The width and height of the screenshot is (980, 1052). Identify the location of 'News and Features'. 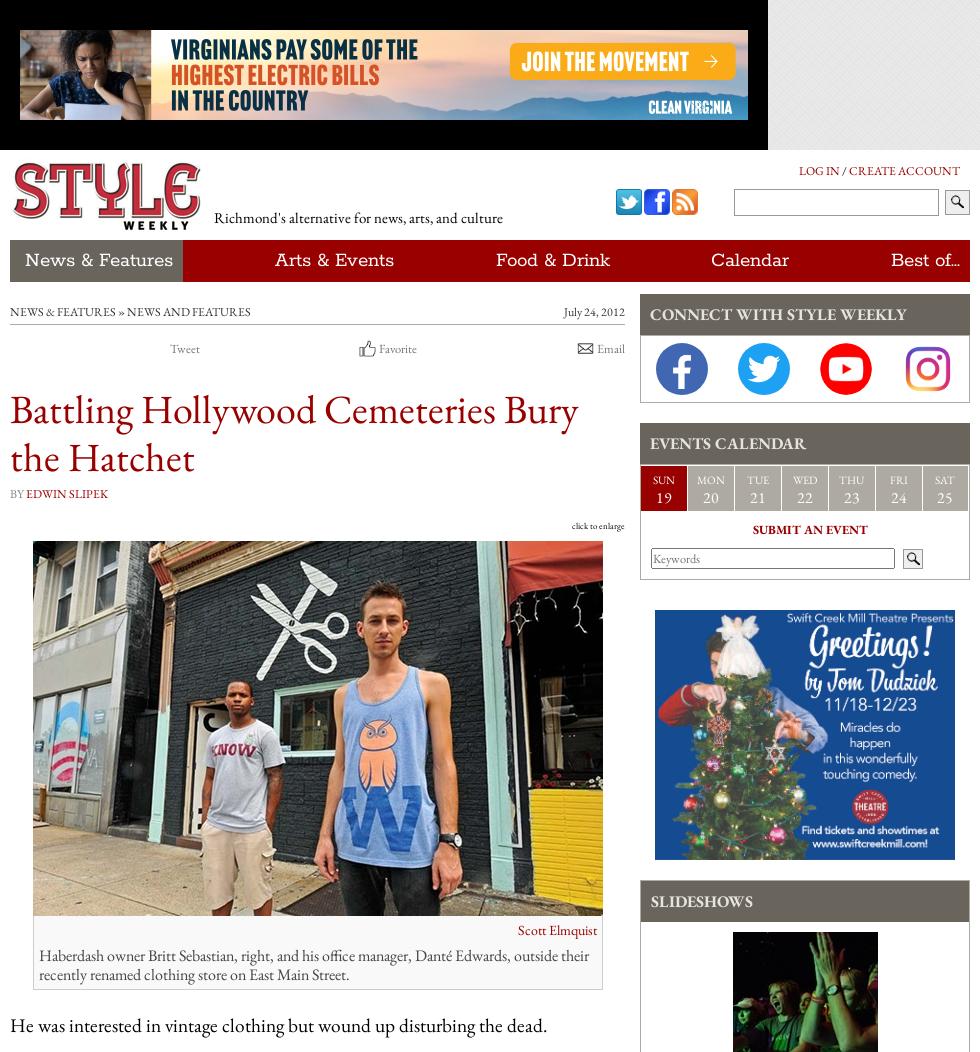
(189, 311).